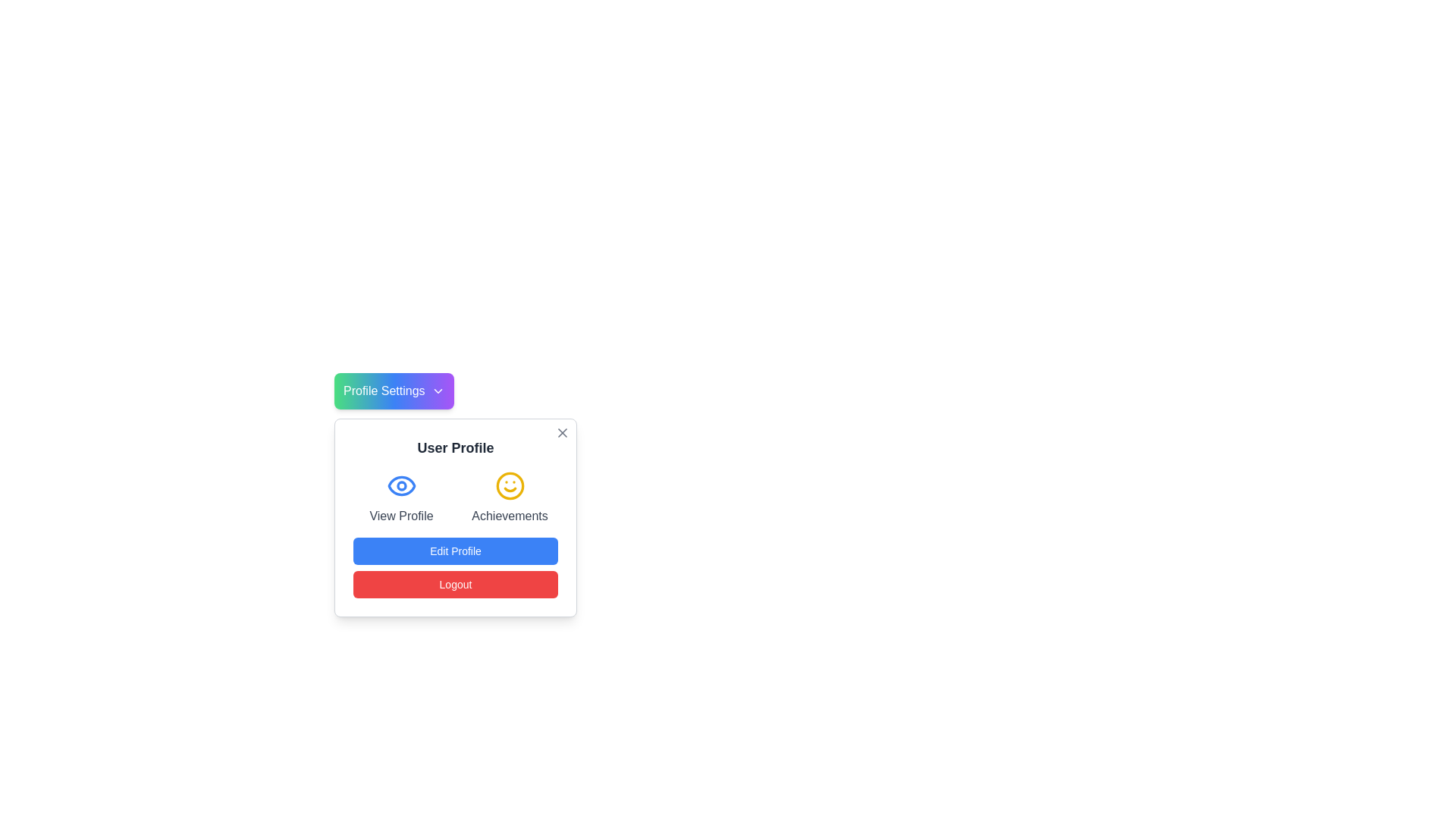 This screenshot has width=1456, height=819. Describe the element at coordinates (510, 516) in the screenshot. I see `the 'Achievements' static text label, which is displayed in gray and positioned beneath the smiley face icon in the 'User Profile' modal` at that location.